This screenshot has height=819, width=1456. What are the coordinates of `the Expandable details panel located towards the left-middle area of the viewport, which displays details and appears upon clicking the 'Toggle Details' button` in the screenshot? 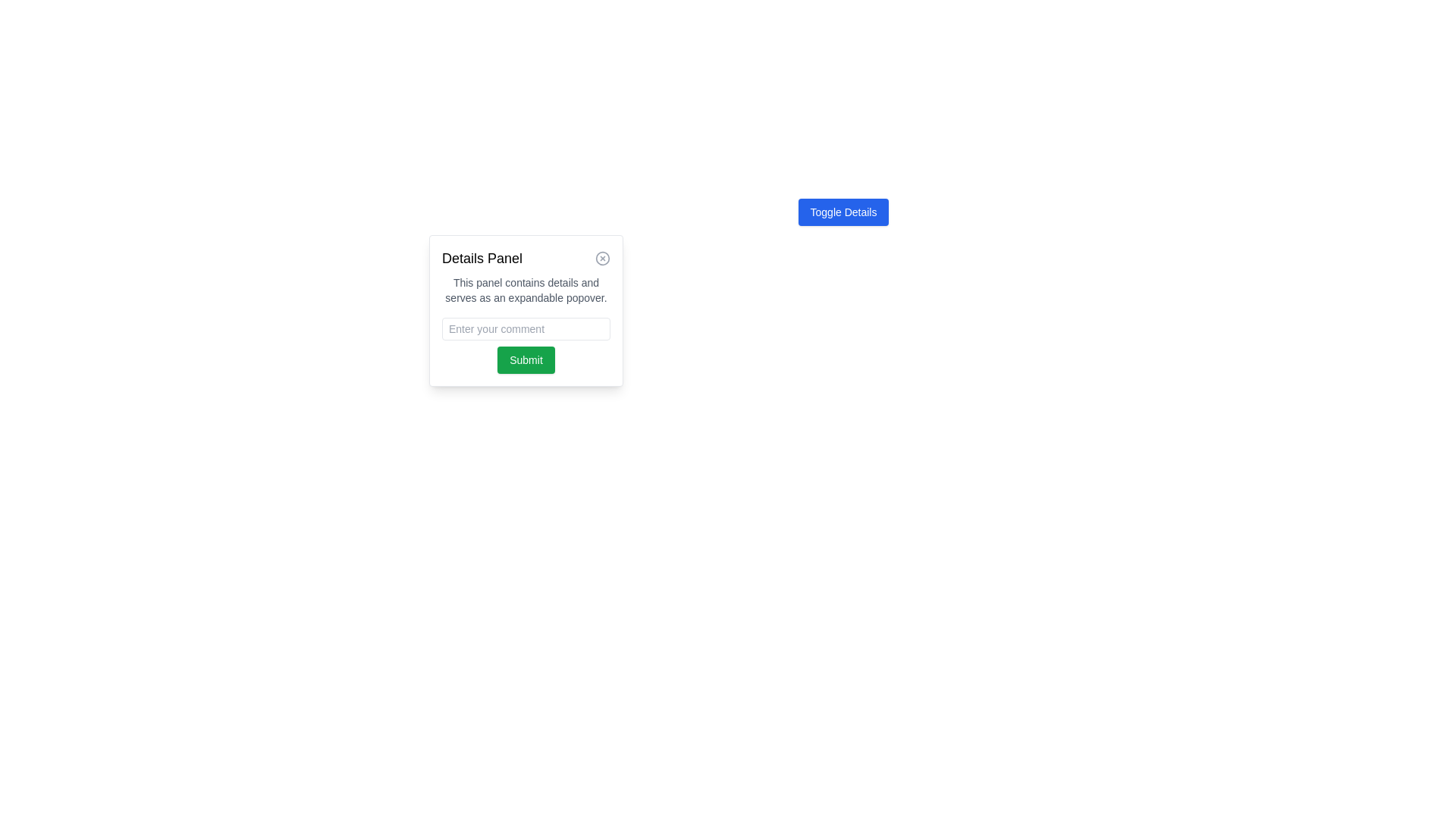 It's located at (526, 309).